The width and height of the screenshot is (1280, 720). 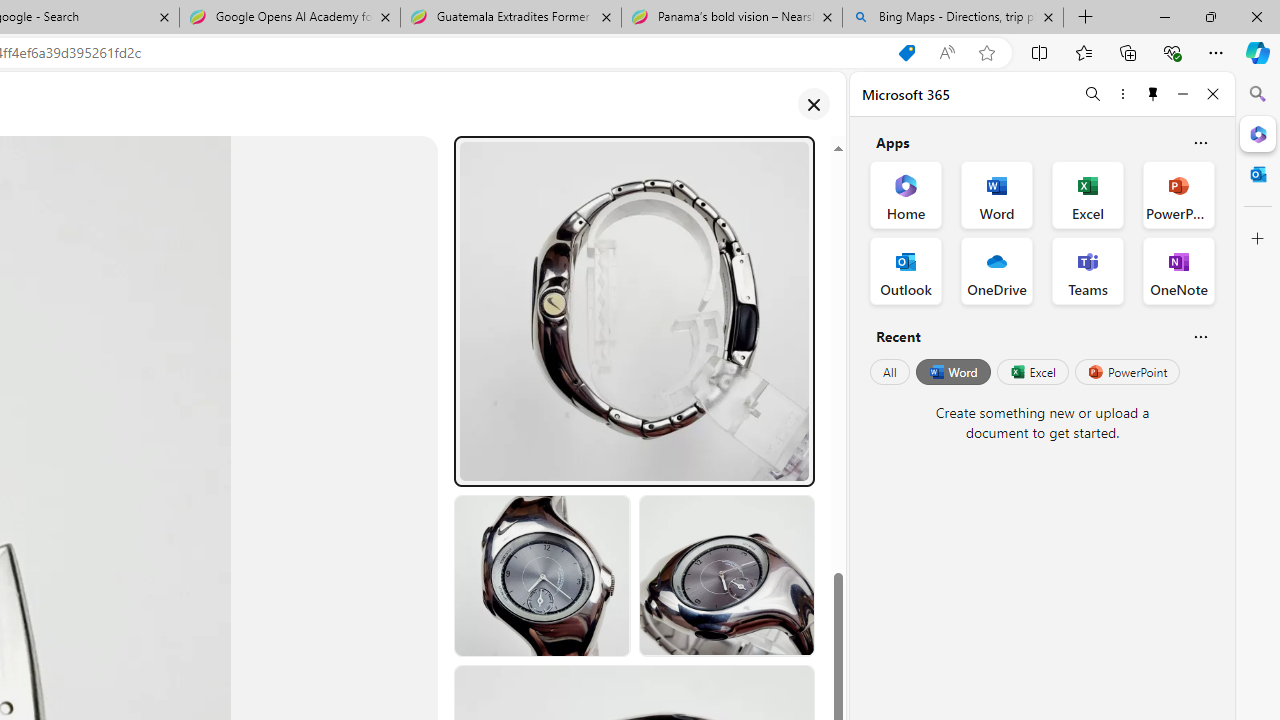 I want to click on 'PowerPoint', so click(x=1127, y=372).